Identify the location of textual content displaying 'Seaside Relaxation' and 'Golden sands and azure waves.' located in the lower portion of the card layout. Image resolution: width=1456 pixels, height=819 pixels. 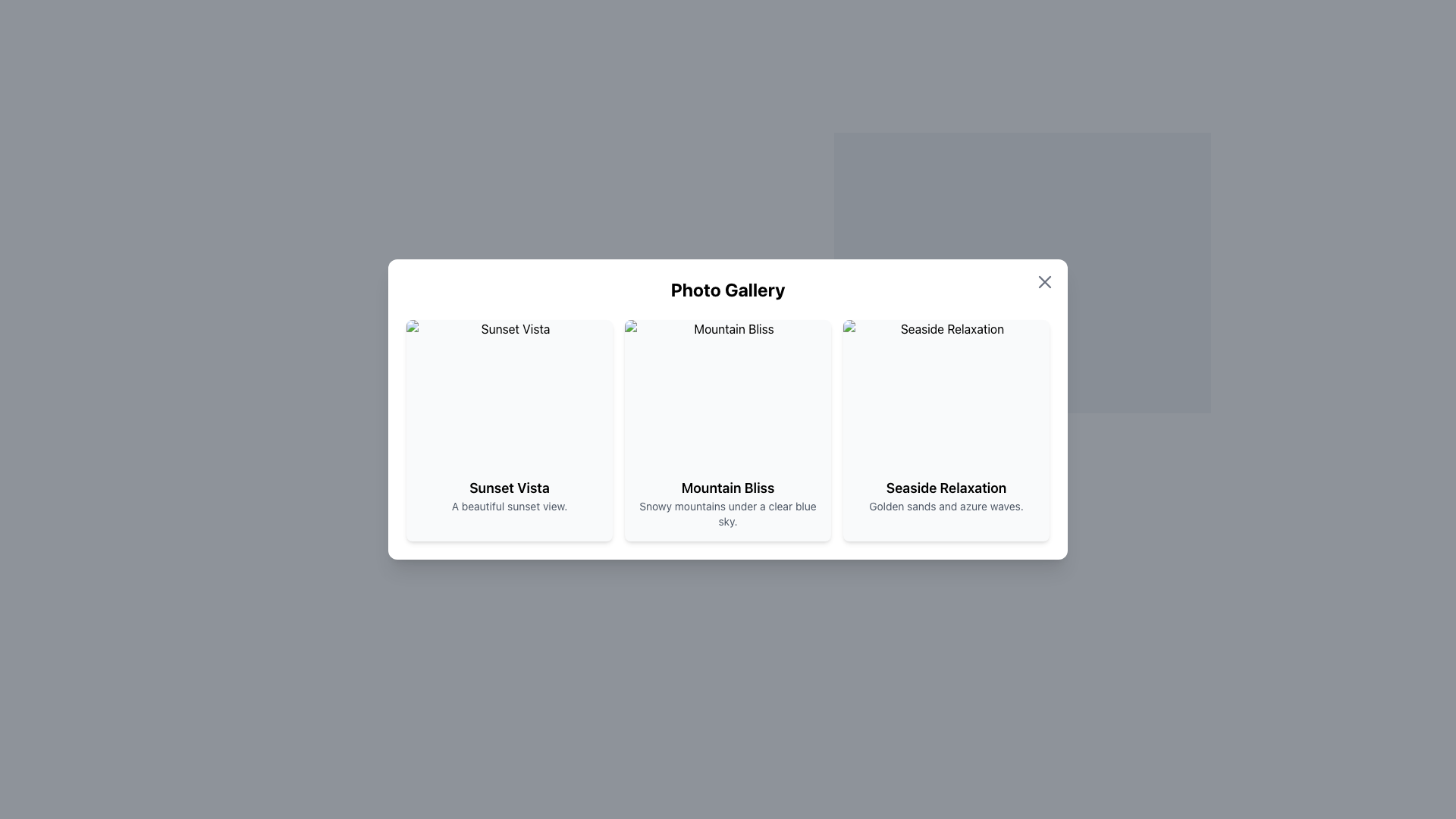
(946, 496).